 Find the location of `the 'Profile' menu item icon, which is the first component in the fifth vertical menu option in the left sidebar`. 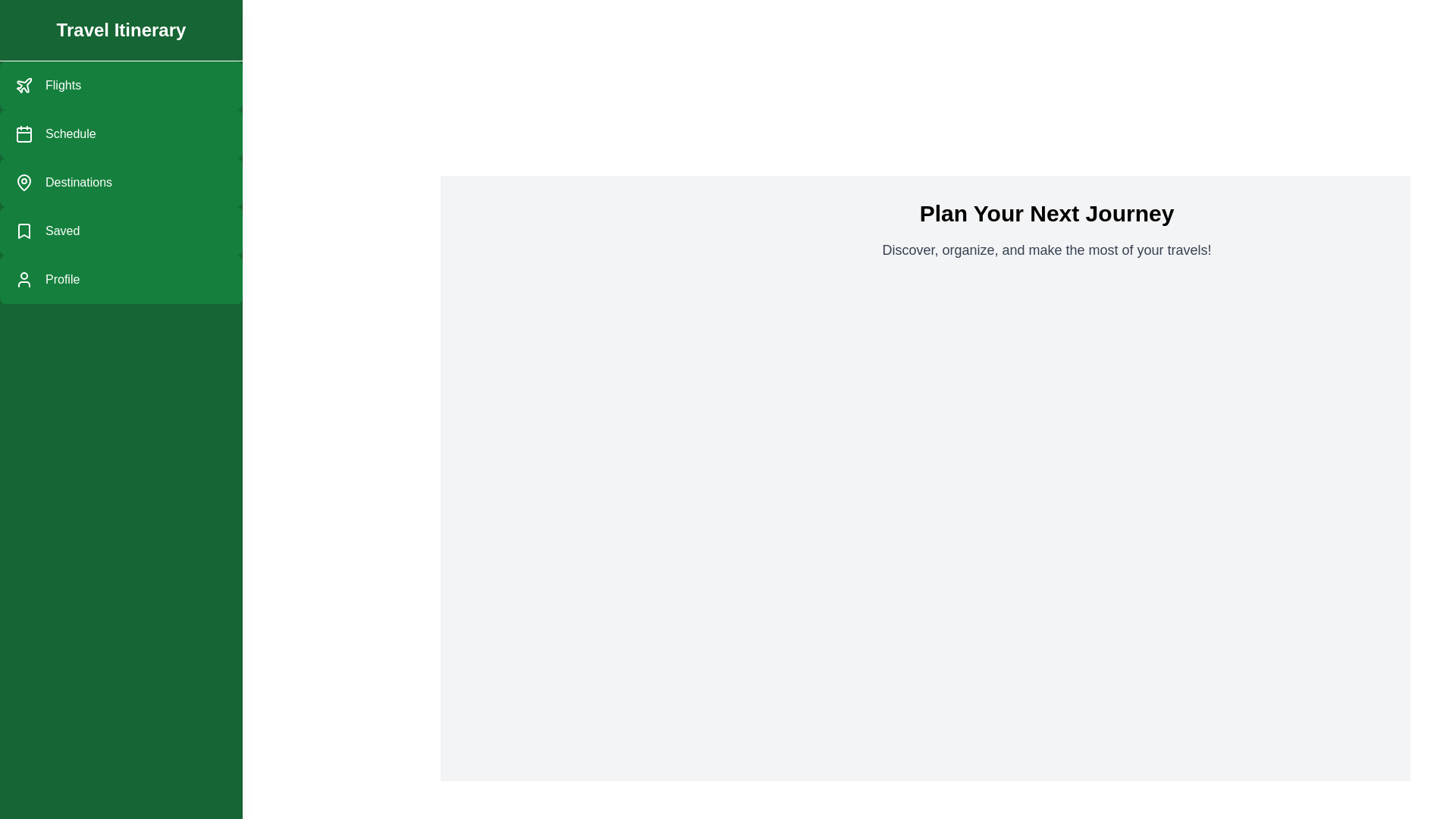

the 'Profile' menu item icon, which is the first component in the fifth vertical menu option in the left sidebar is located at coordinates (24, 280).